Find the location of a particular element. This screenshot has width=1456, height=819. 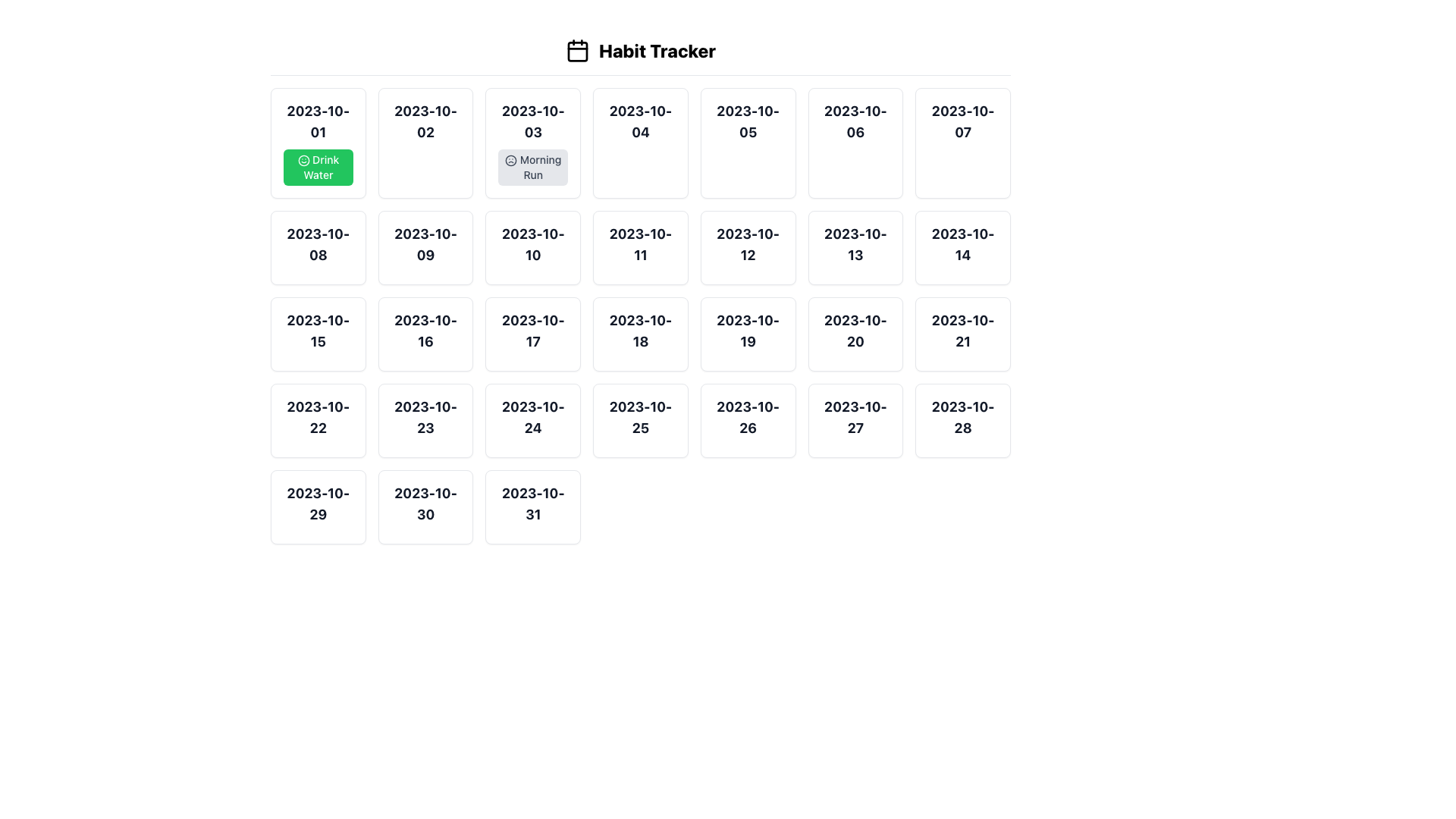

the bold, large text displaying the date '2023-10-15' which is centrally located in a bordered, rounded box in the grid layout is located at coordinates (317, 330).